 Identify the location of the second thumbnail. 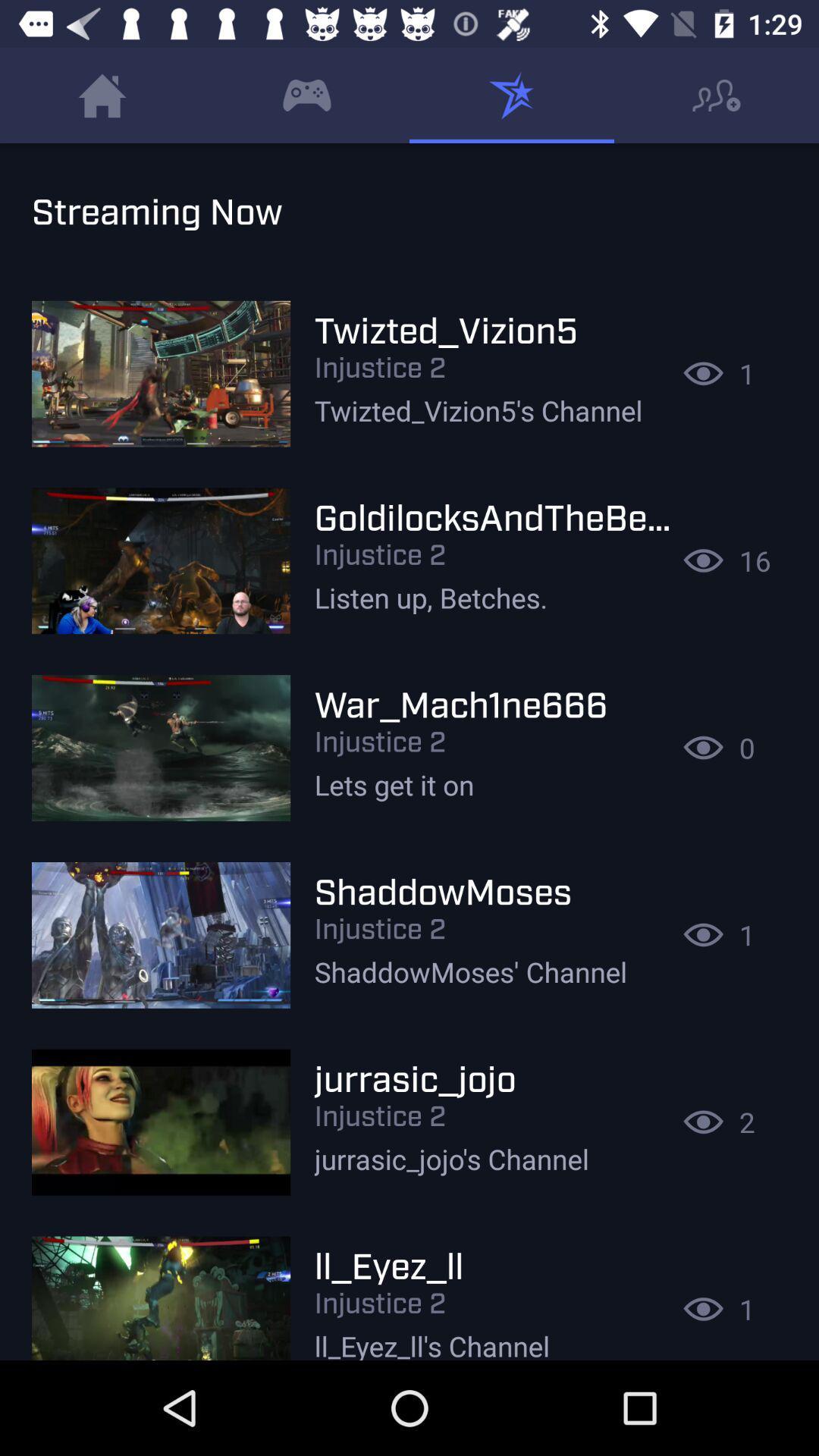
(161, 560).